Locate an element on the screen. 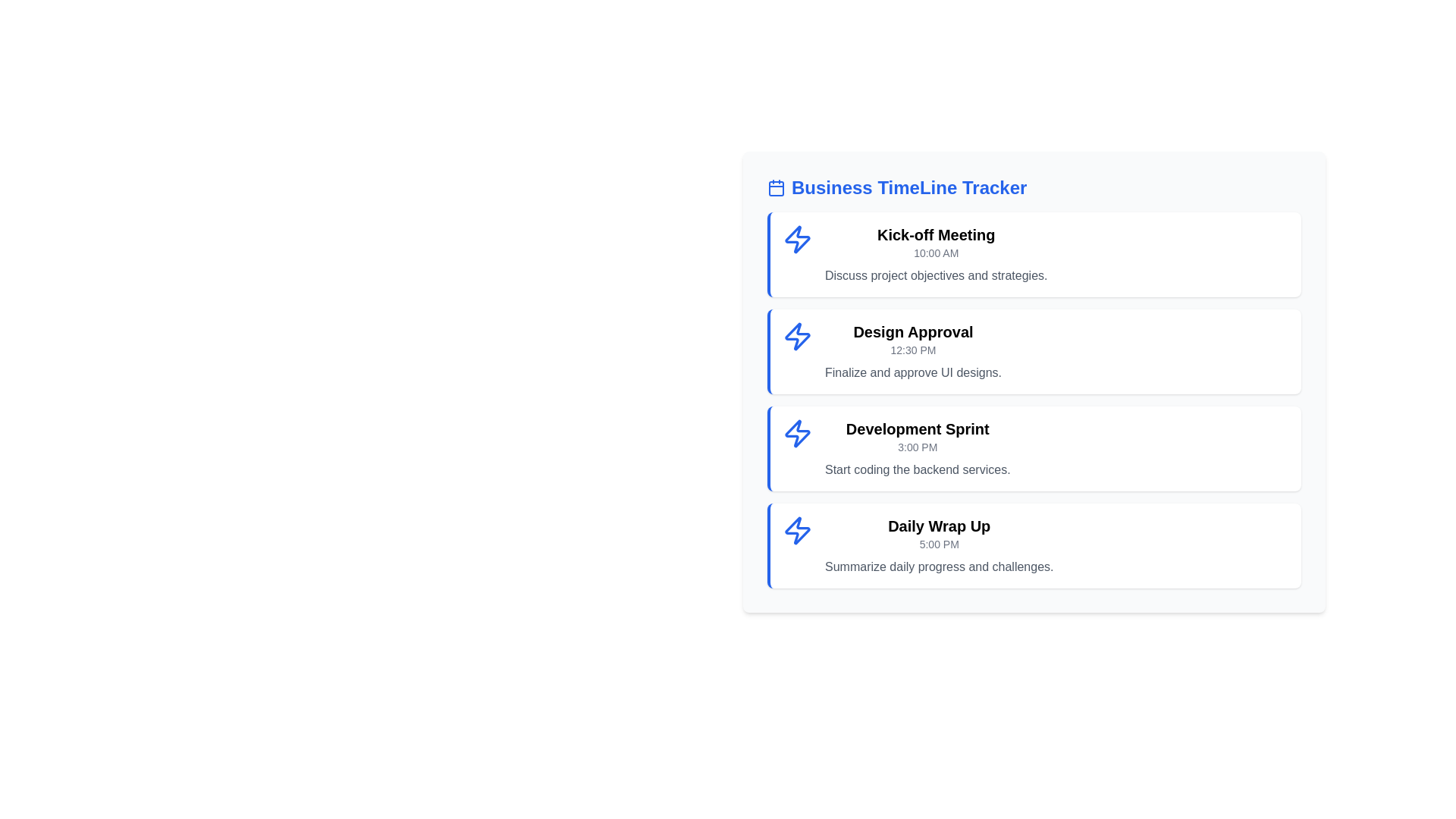 This screenshot has height=819, width=1456. the 'Development Sprint' timeline item is located at coordinates (917, 447).